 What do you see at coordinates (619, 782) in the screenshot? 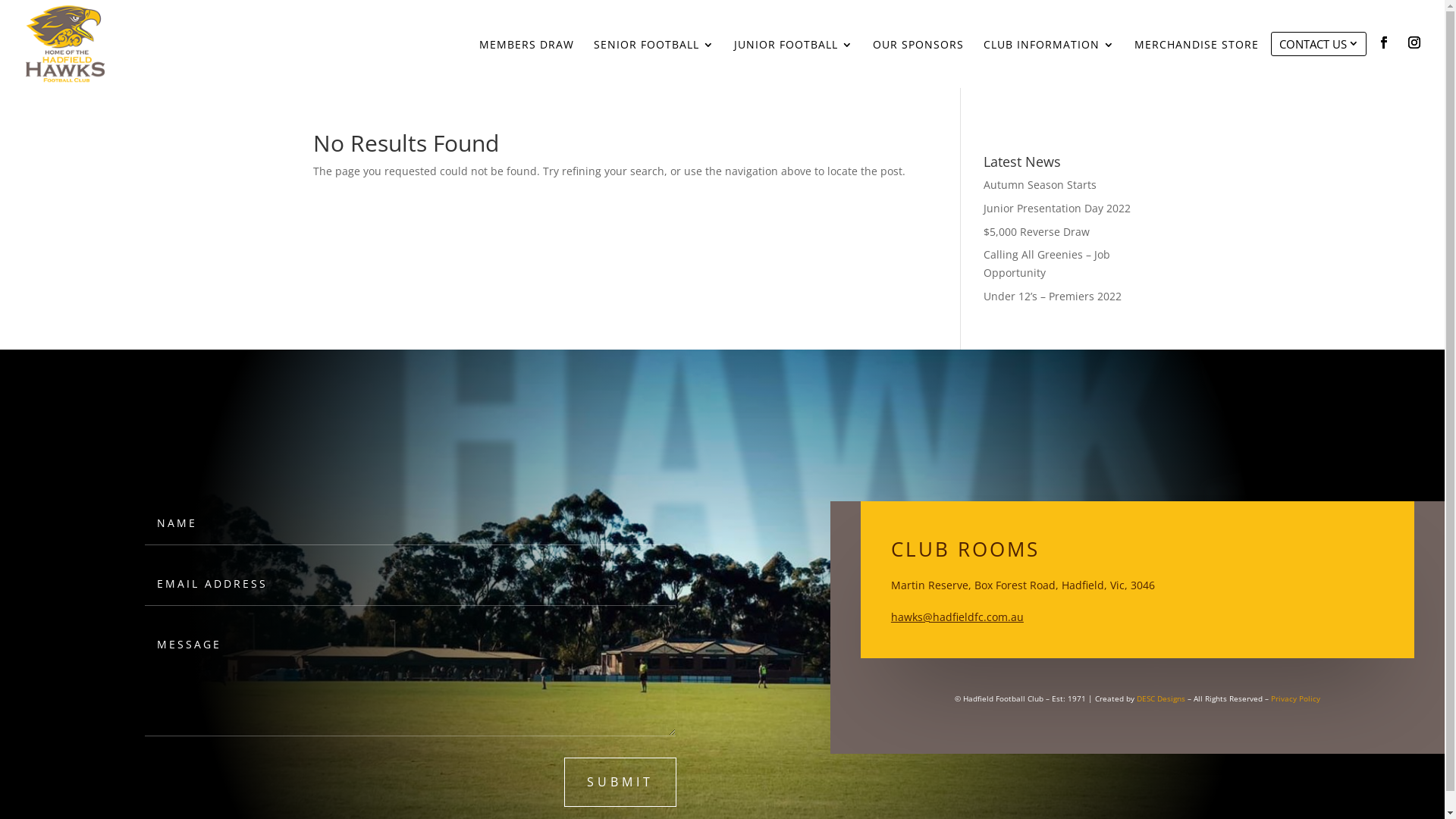
I see `'SUBMIT'` at bounding box center [619, 782].